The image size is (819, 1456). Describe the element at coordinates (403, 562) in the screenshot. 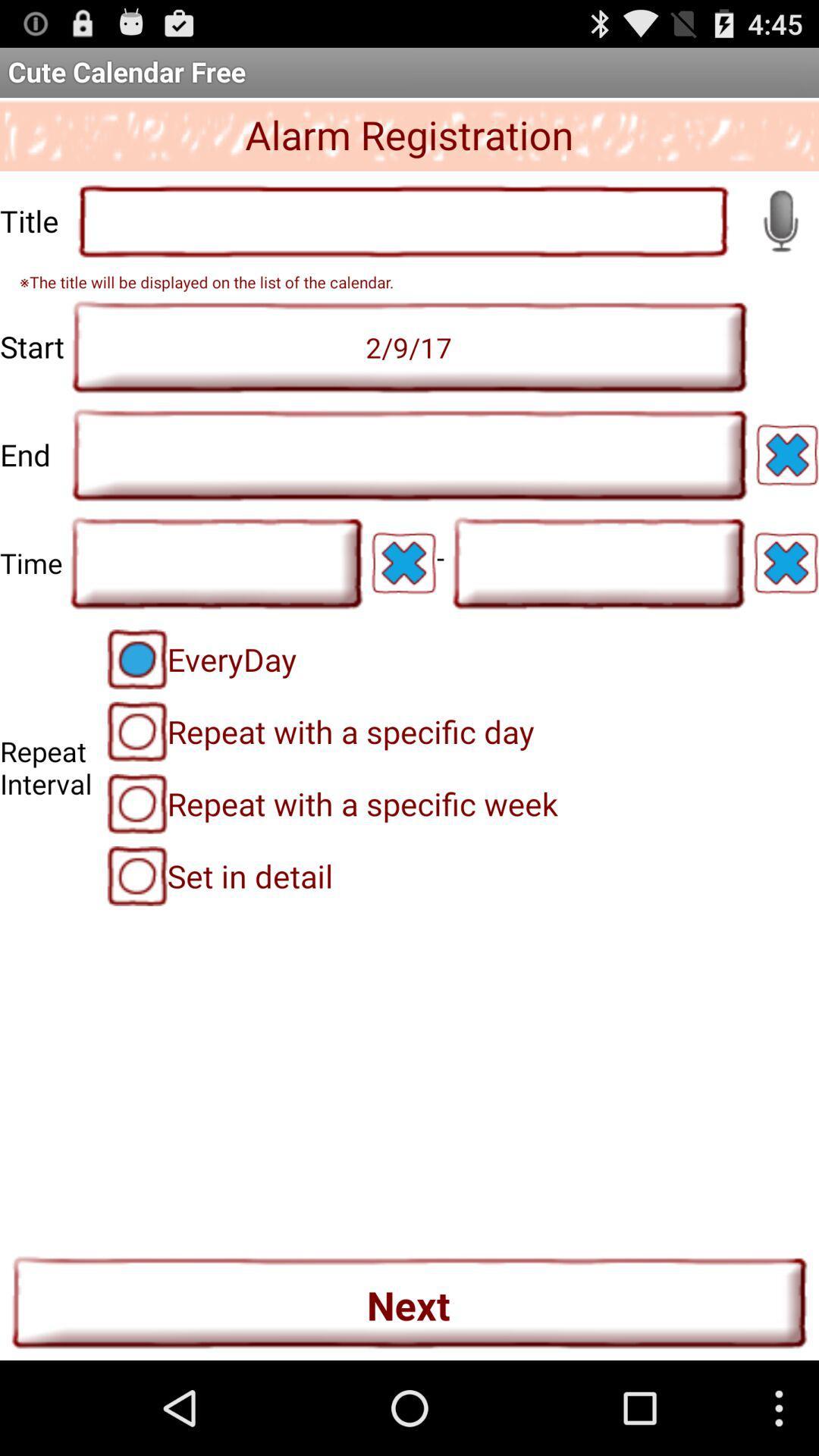

I see `remove time entry` at that location.